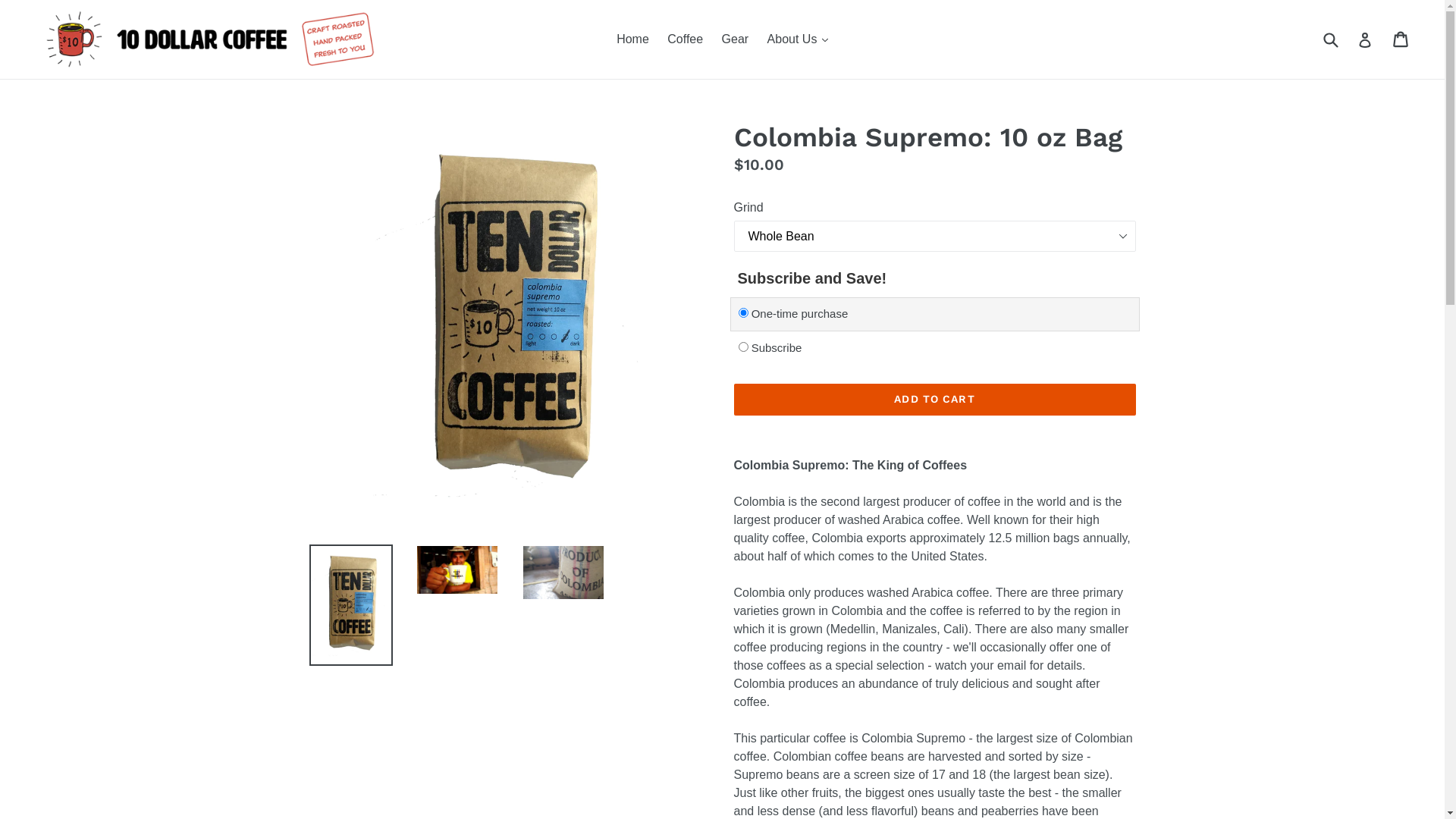 Image resolution: width=1456 pixels, height=819 pixels. Describe the element at coordinates (1318, 38) in the screenshot. I see `'Submit'` at that location.